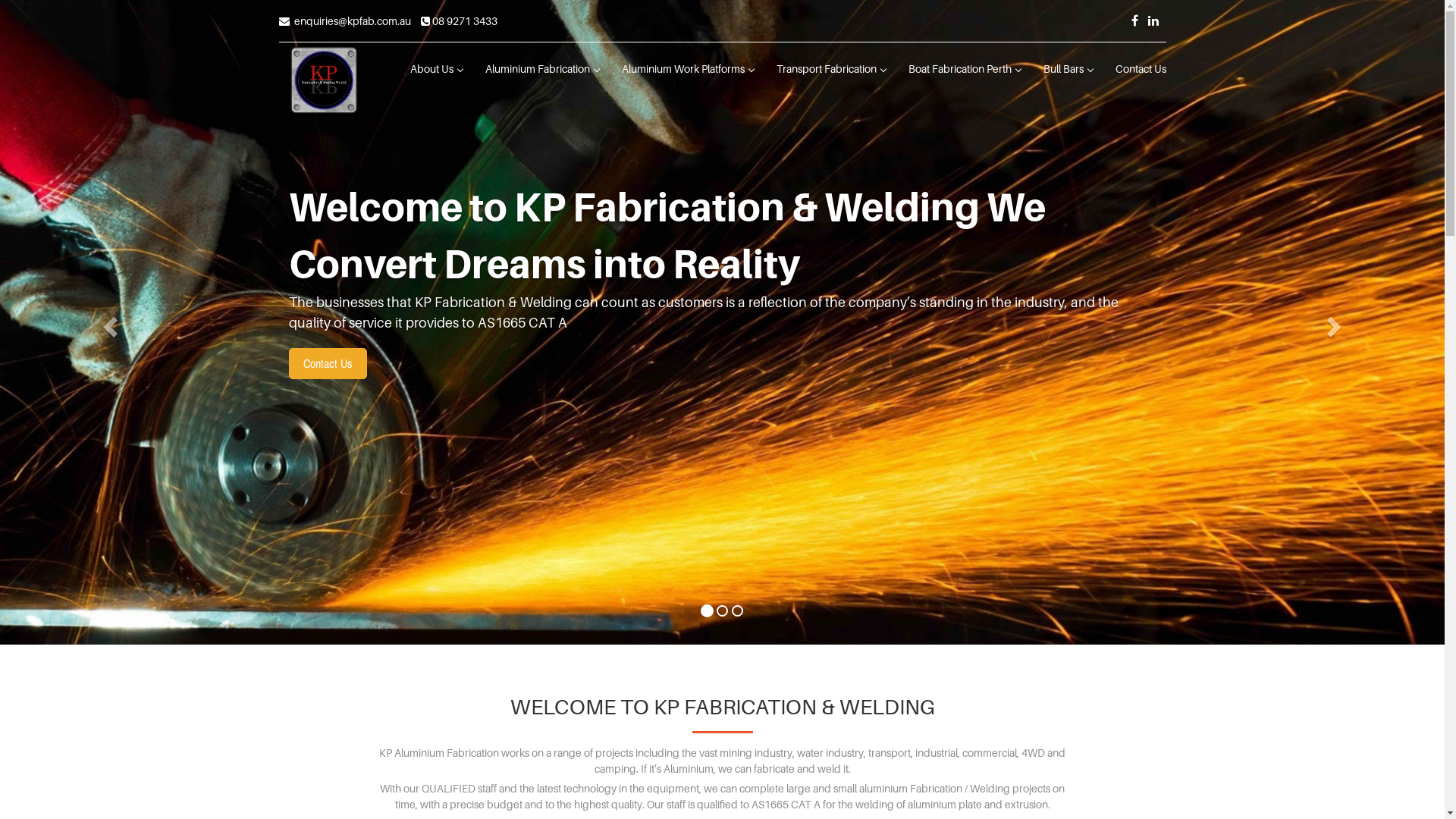 The height and width of the screenshot is (819, 1456). What do you see at coordinates (1066, 69) in the screenshot?
I see `'Bull Bars'` at bounding box center [1066, 69].